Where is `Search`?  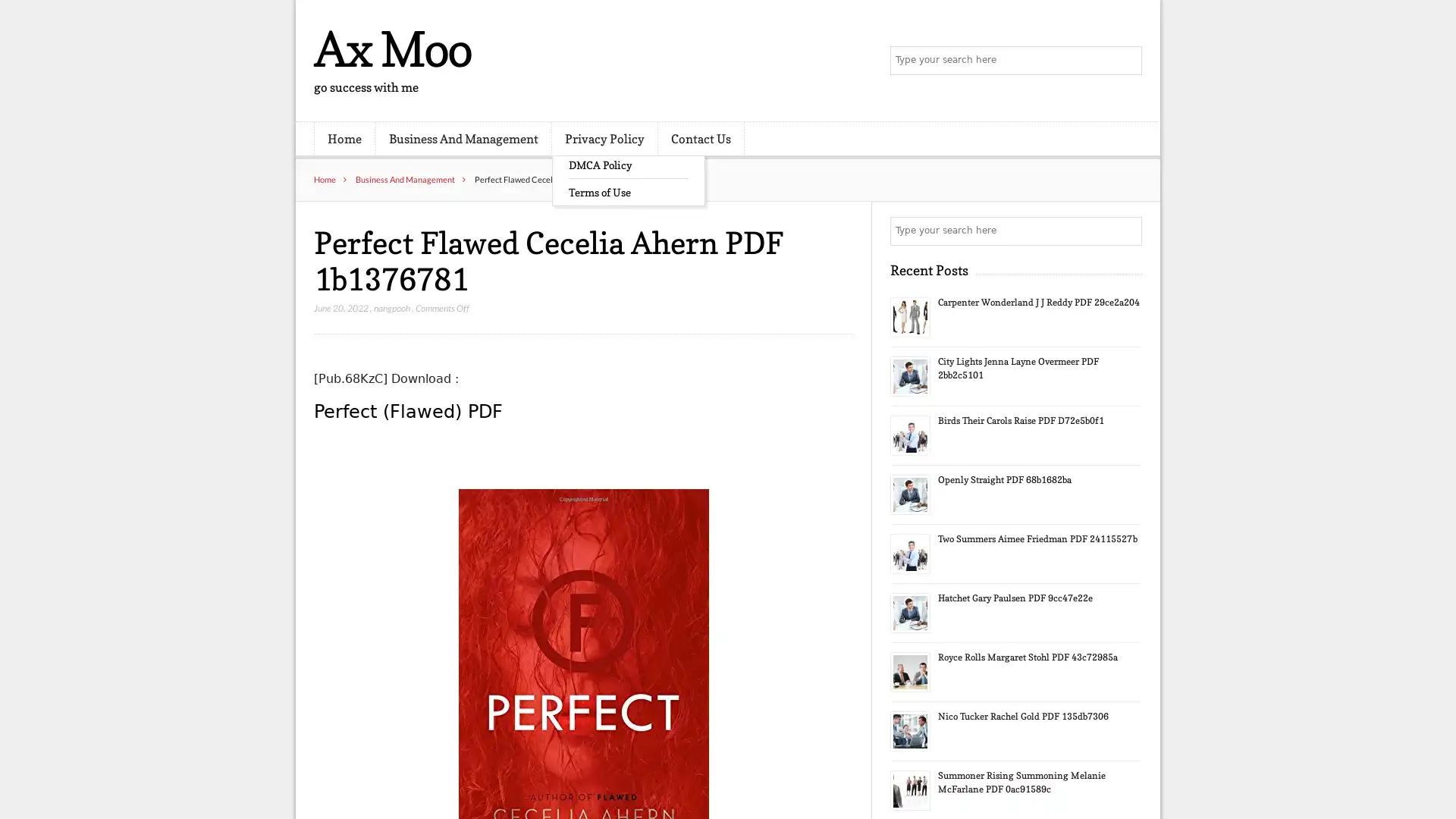
Search is located at coordinates (1126, 231).